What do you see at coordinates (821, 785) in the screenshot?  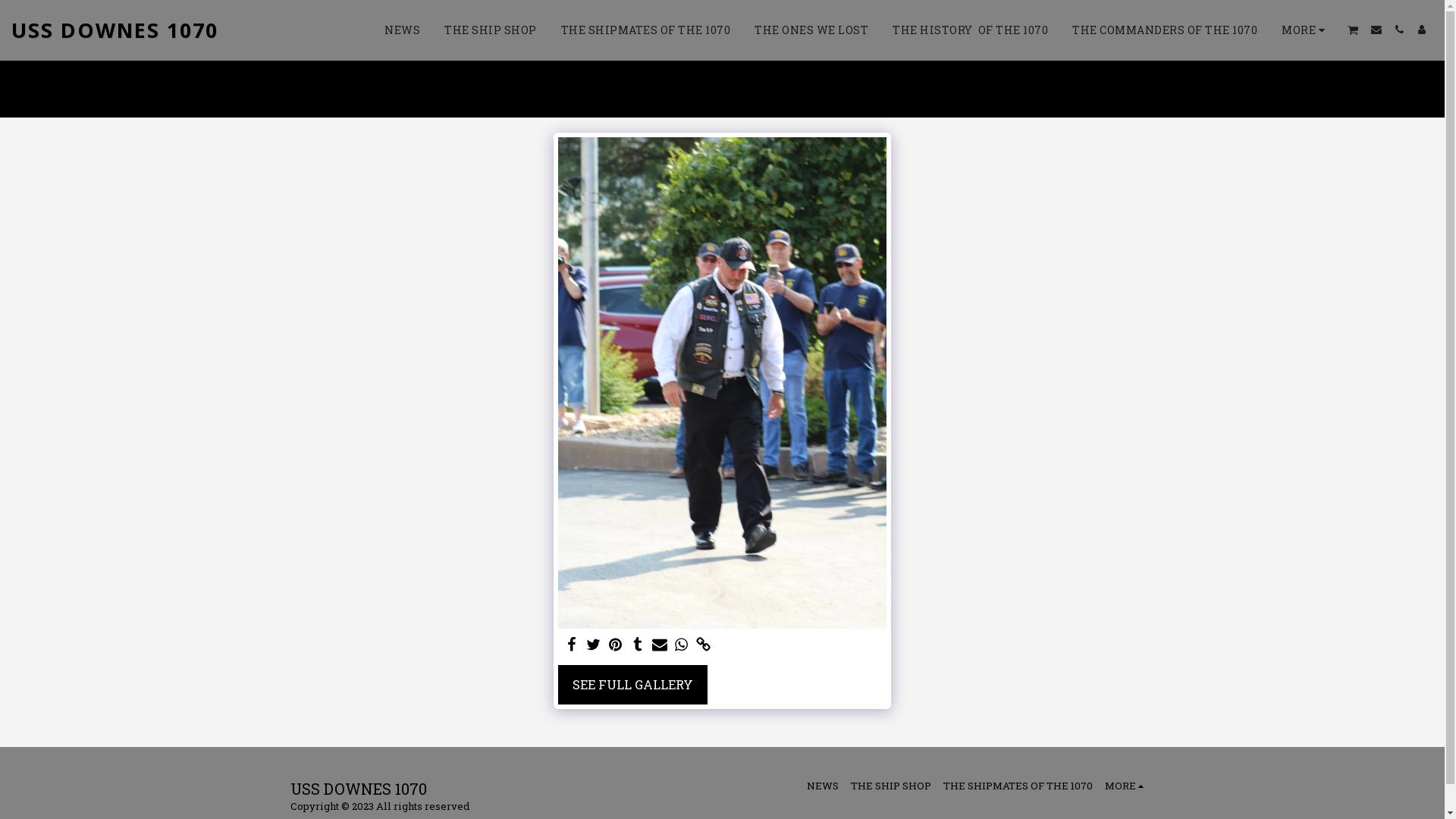 I see `'NEWS'` at bounding box center [821, 785].